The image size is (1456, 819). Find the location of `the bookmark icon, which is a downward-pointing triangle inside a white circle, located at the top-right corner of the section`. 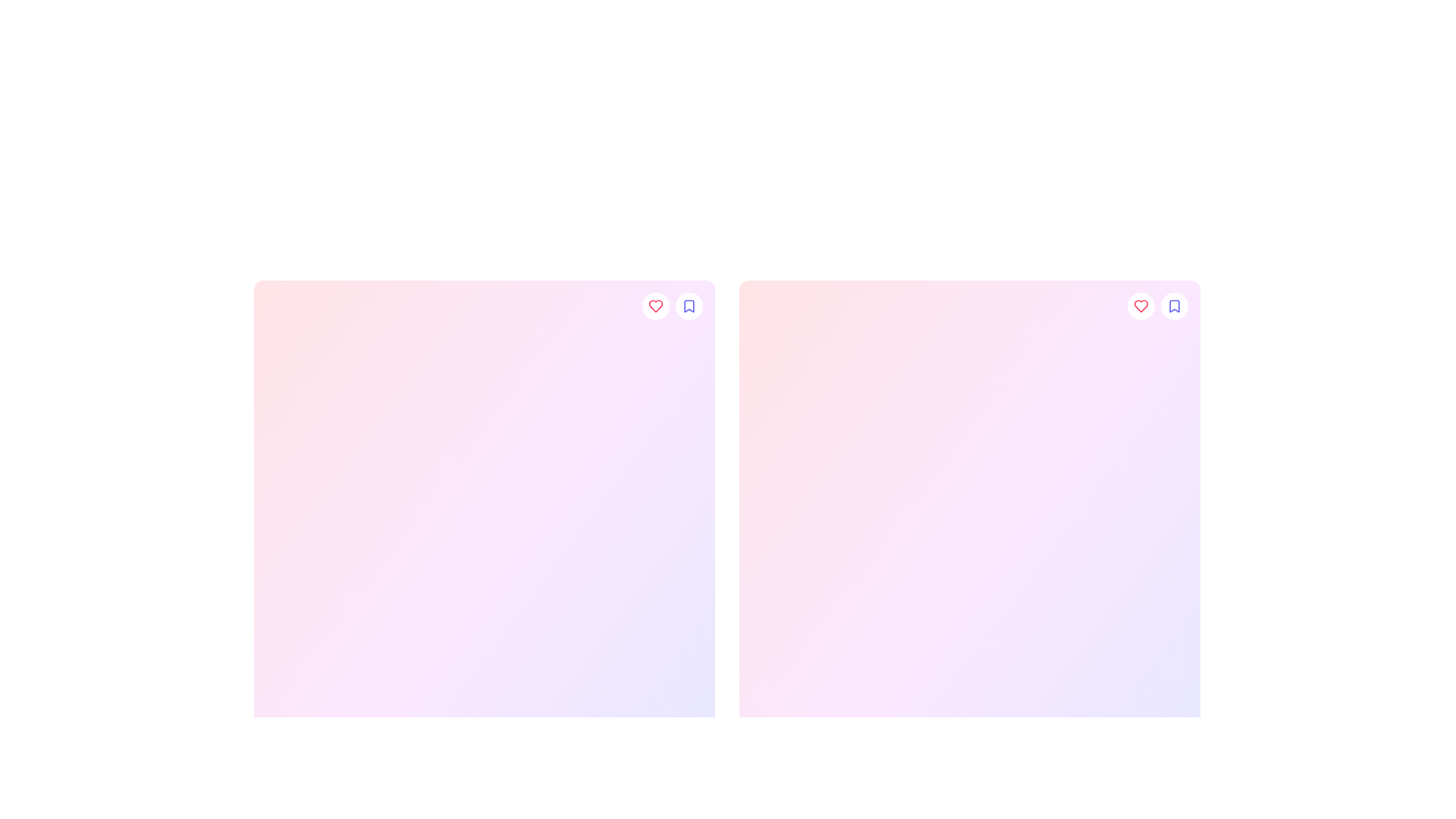

the bookmark icon, which is a downward-pointing triangle inside a white circle, located at the top-right corner of the section is located at coordinates (1174, 306).